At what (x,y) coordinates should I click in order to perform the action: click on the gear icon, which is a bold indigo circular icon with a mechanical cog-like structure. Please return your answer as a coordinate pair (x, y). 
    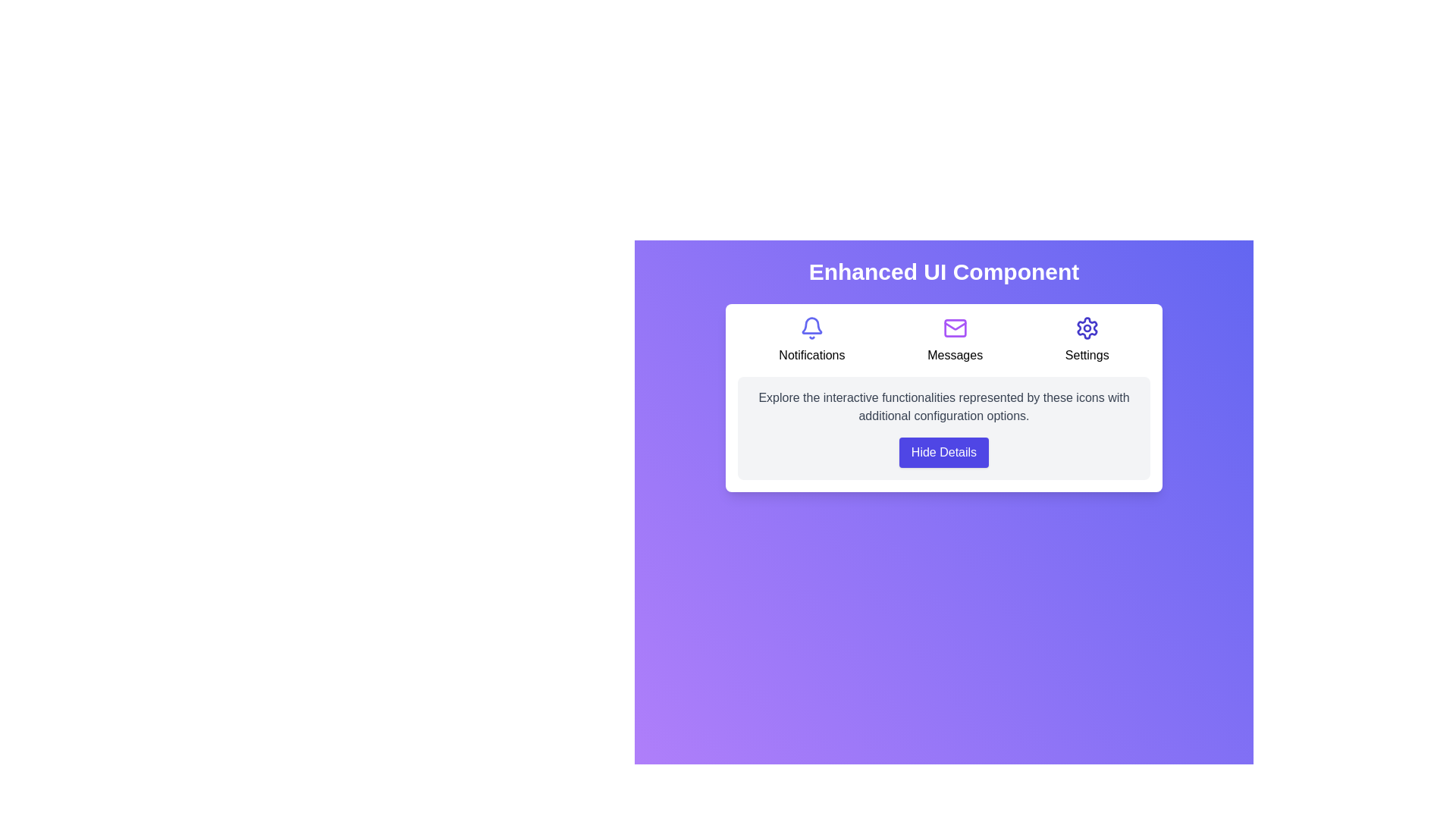
    Looking at the image, I should click on (1086, 327).